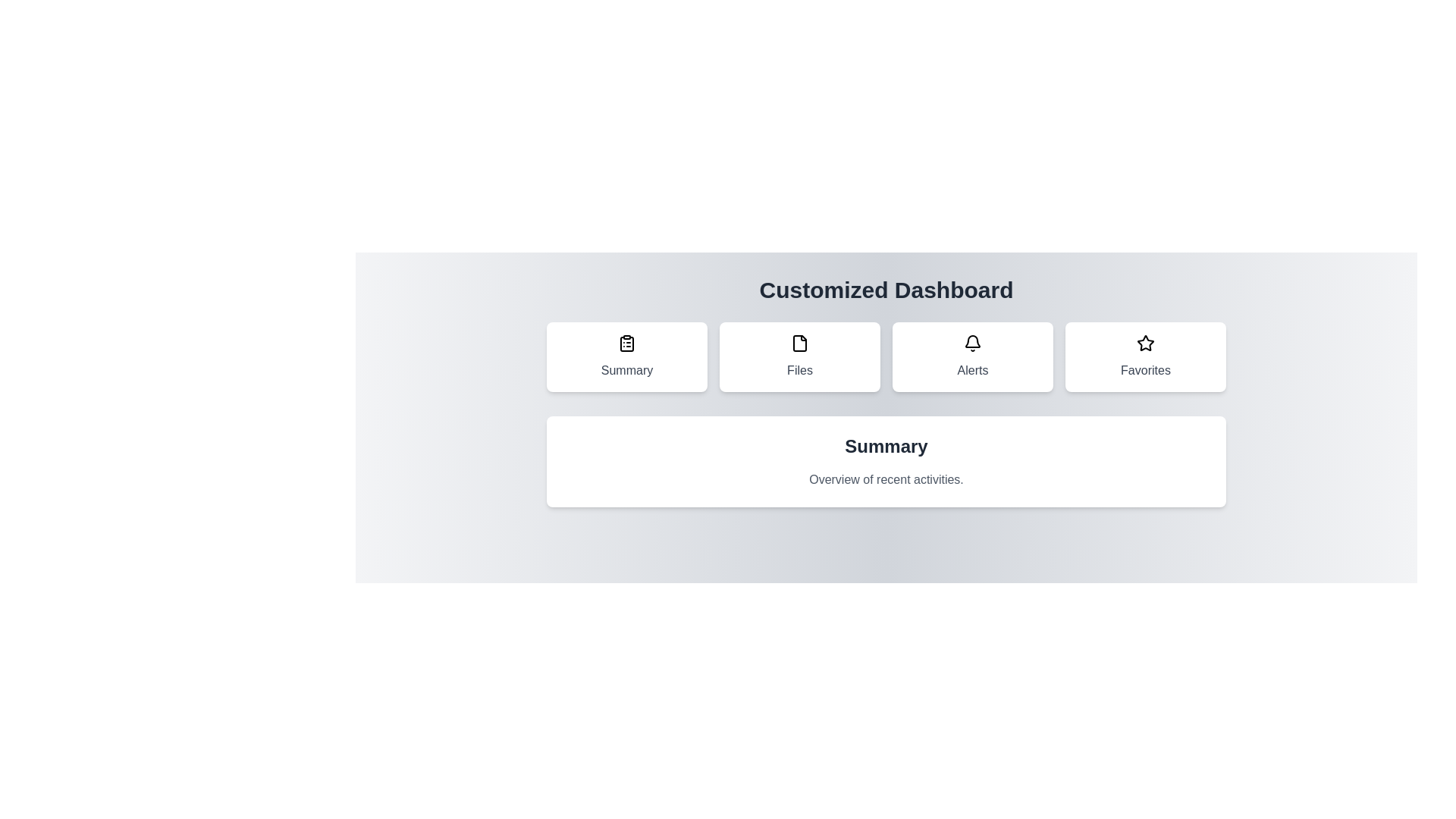 This screenshot has height=819, width=1456. What do you see at coordinates (972, 356) in the screenshot?
I see `the third interactive card in the grid under the 'Customized Dashboard' header` at bounding box center [972, 356].